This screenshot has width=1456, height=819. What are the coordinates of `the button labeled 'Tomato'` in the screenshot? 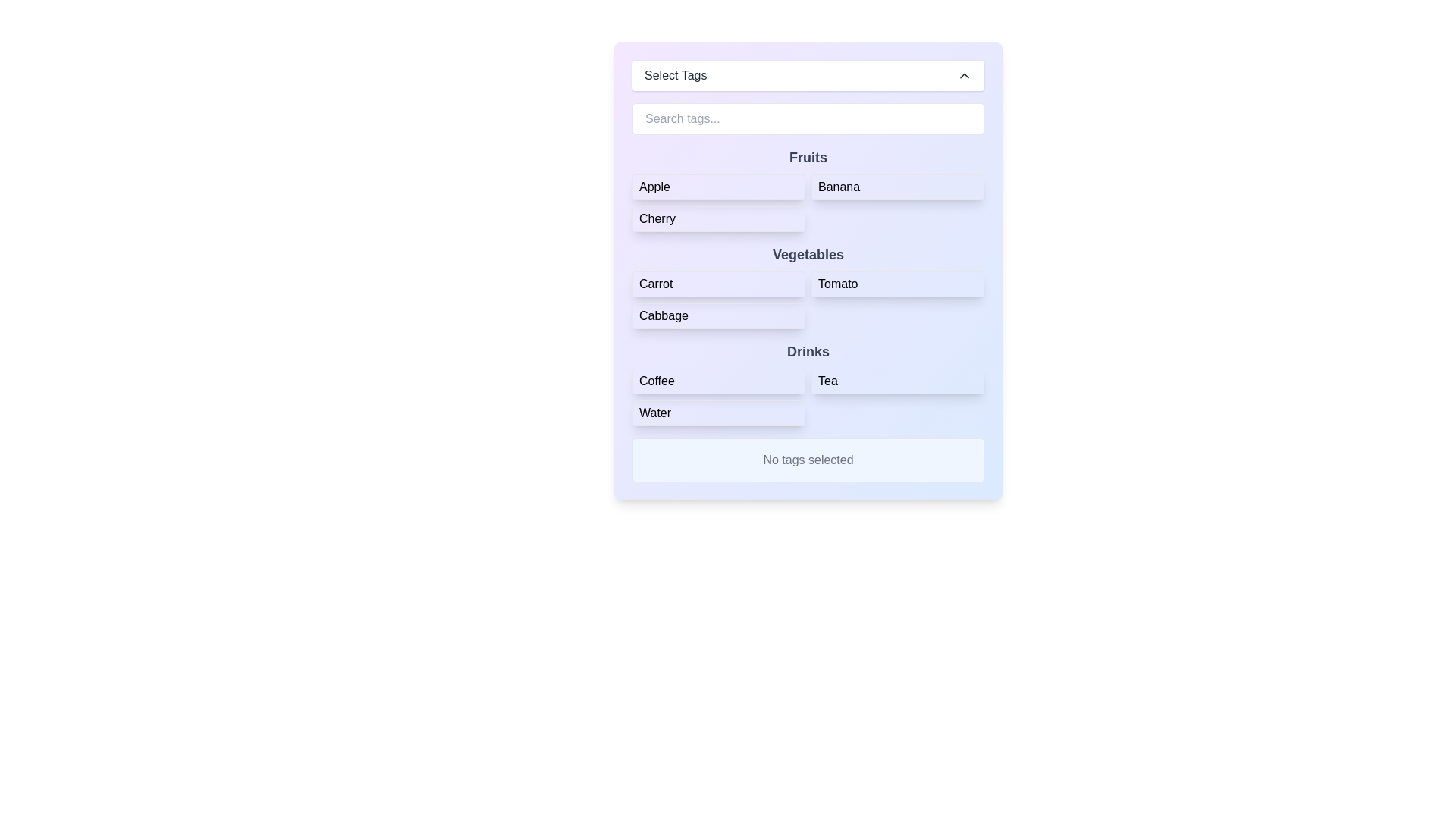 It's located at (898, 284).